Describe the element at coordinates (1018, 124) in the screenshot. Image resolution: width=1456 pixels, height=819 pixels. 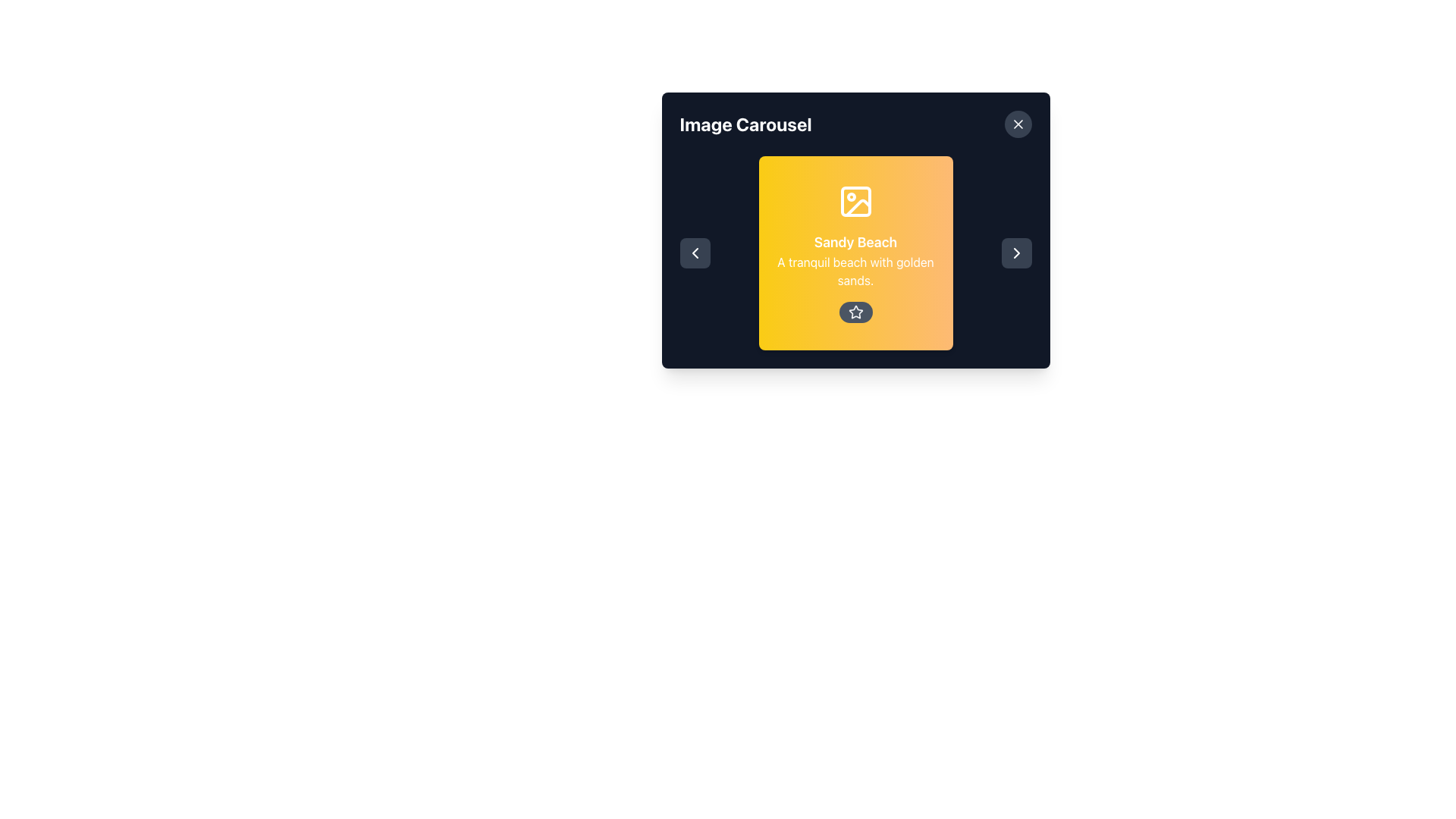
I see `on the close button located in the top-right corner of the carousel interface` at that location.